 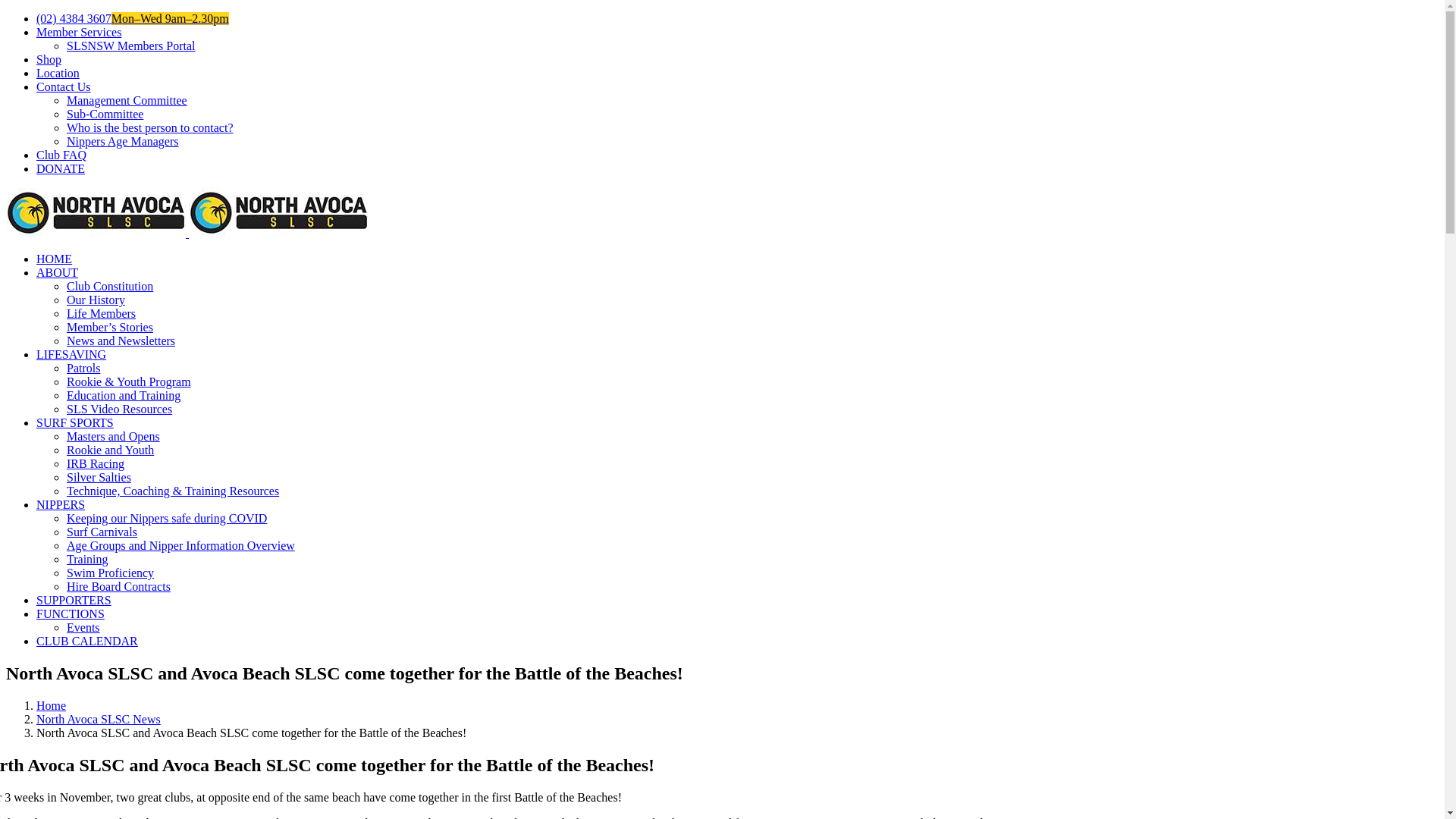 What do you see at coordinates (101, 531) in the screenshot?
I see `'Surf Carnivals'` at bounding box center [101, 531].